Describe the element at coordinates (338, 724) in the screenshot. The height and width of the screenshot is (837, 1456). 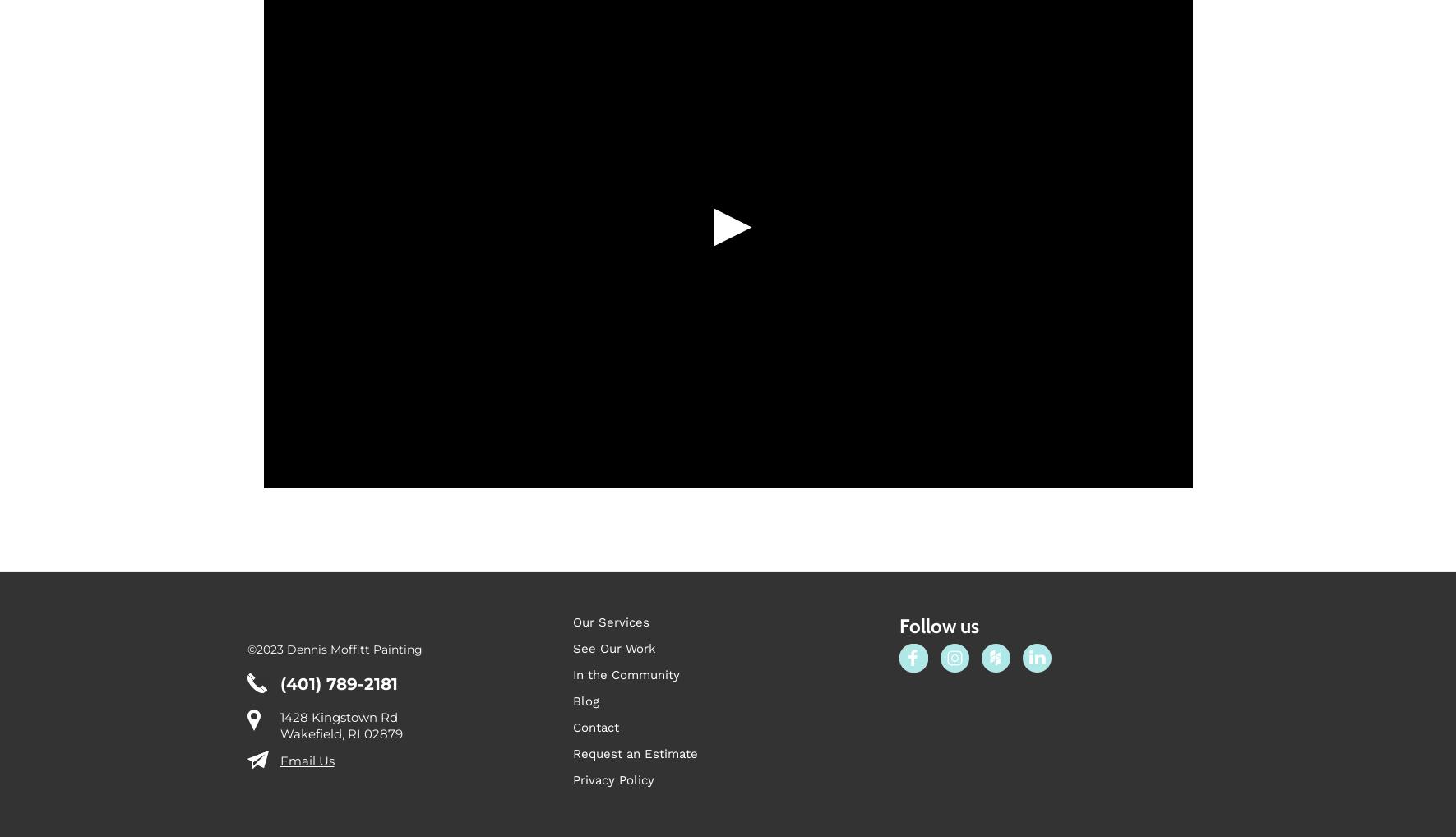
I see `'(401) 789-2181'` at that location.